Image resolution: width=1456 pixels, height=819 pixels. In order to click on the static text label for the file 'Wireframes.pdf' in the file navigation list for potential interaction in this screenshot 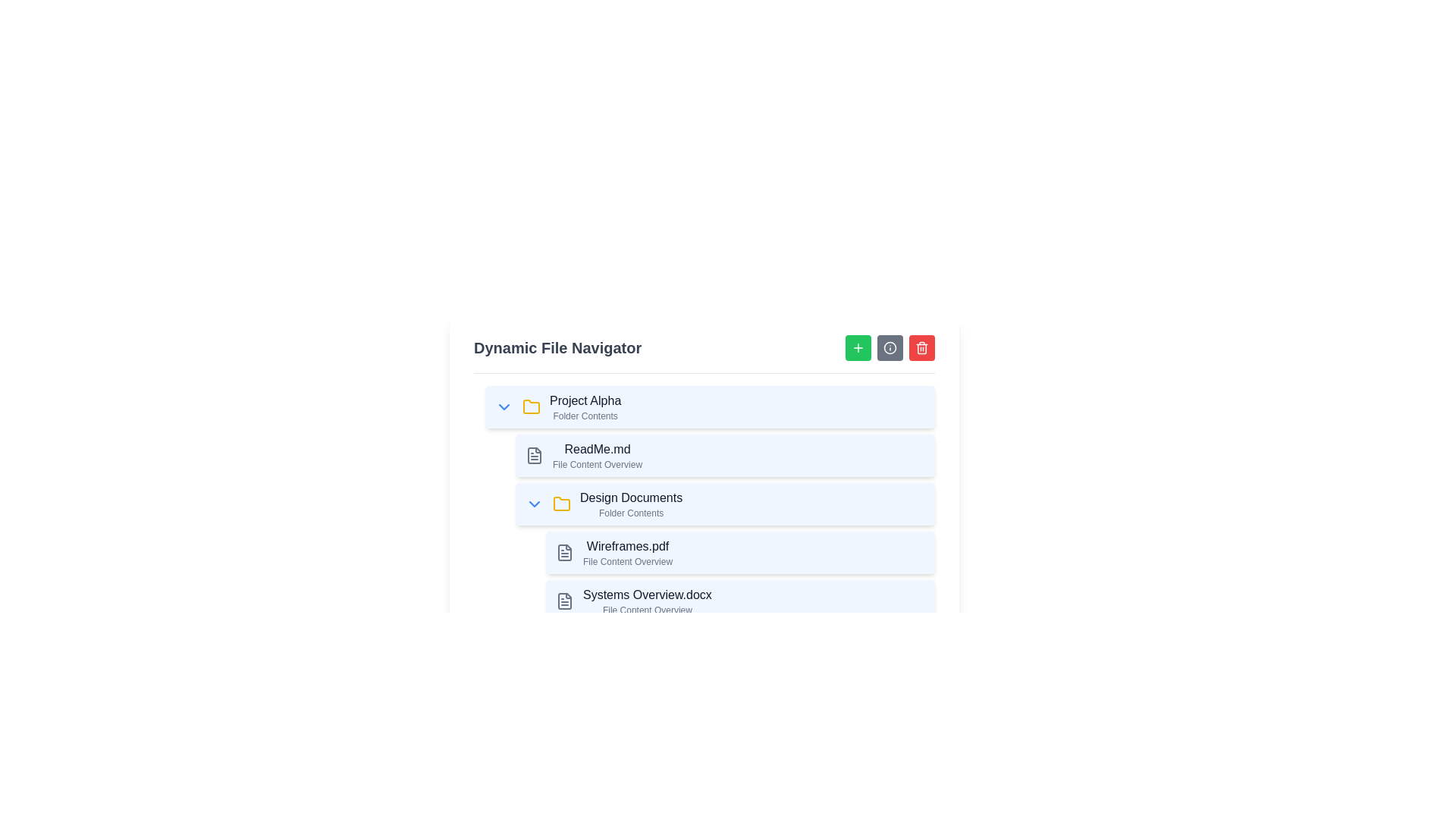, I will do `click(628, 547)`.